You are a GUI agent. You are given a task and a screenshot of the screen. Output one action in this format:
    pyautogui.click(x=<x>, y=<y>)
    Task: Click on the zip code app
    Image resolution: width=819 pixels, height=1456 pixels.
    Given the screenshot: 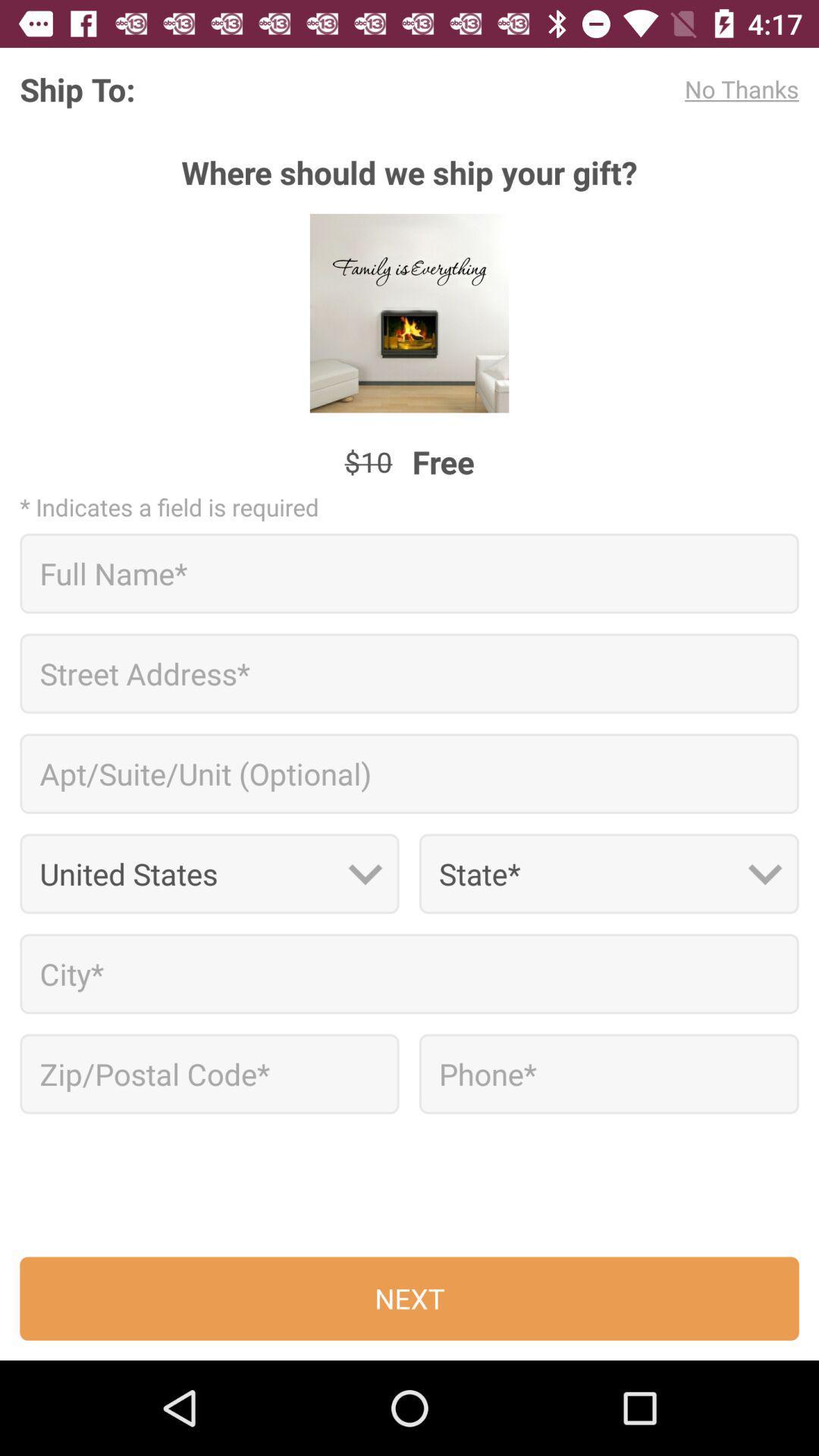 What is the action you would take?
    pyautogui.click(x=209, y=1073)
    